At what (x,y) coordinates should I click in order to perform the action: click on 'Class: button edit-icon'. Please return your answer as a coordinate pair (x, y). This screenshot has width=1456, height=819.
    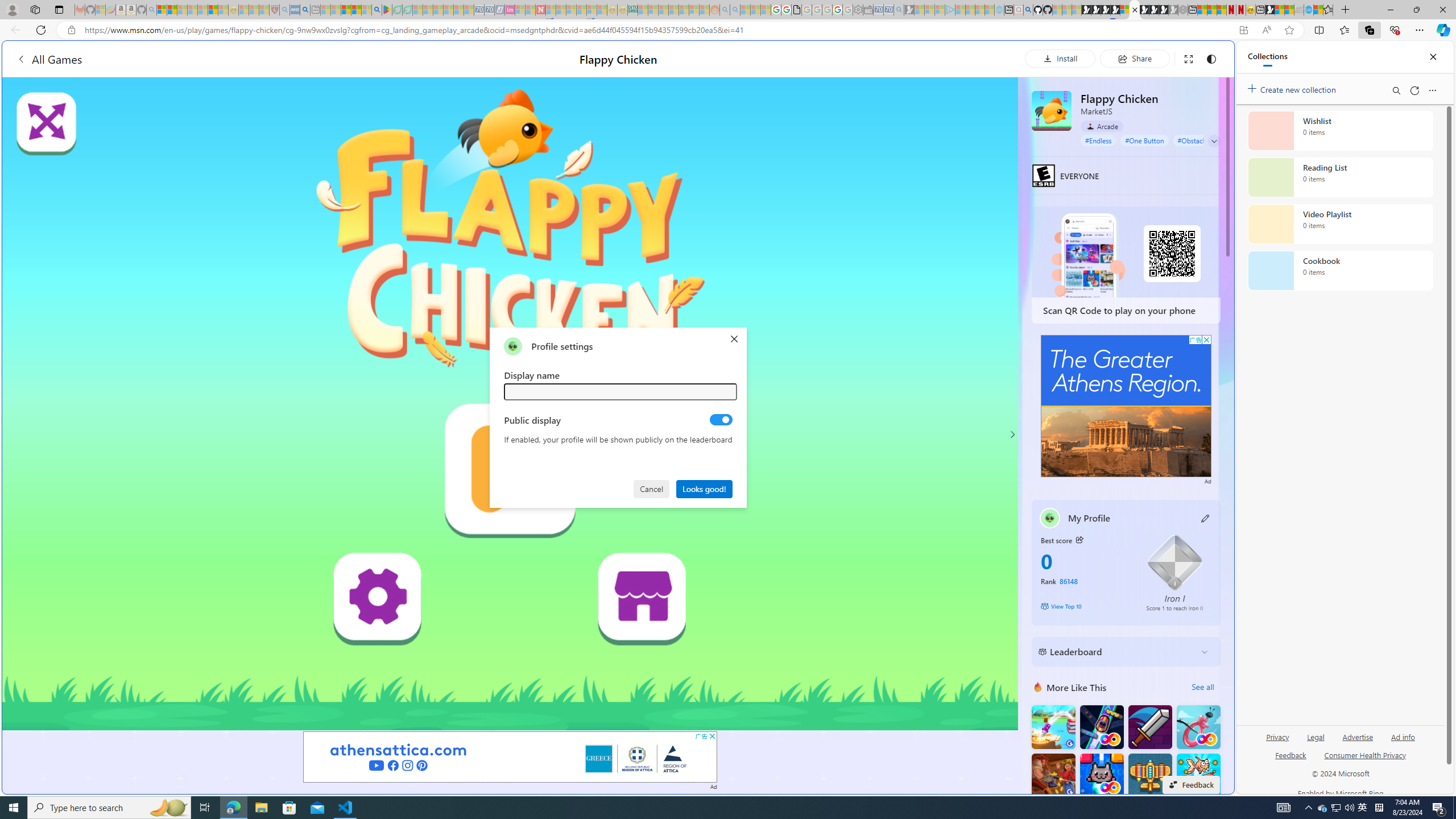
    Looking at the image, I should click on (1205, 517).